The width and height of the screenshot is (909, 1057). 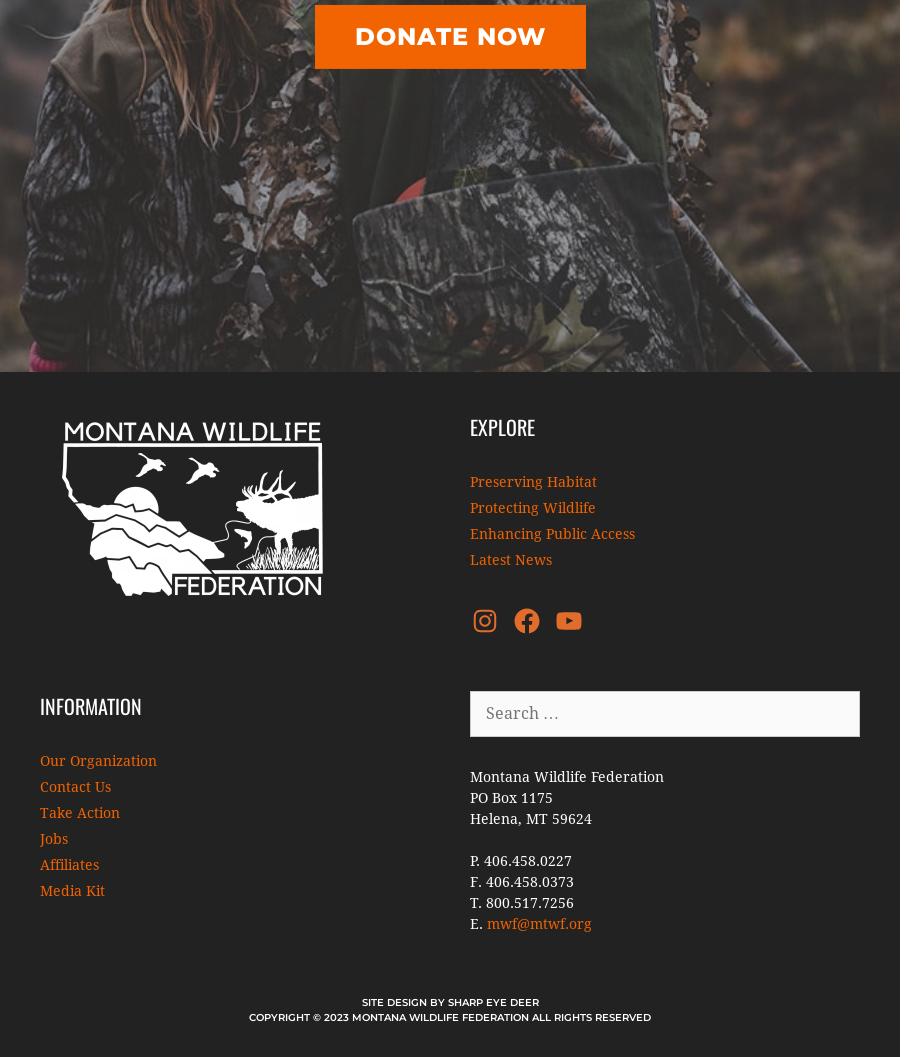 I want to click on 'Take Action', so click(x=78, y=813).